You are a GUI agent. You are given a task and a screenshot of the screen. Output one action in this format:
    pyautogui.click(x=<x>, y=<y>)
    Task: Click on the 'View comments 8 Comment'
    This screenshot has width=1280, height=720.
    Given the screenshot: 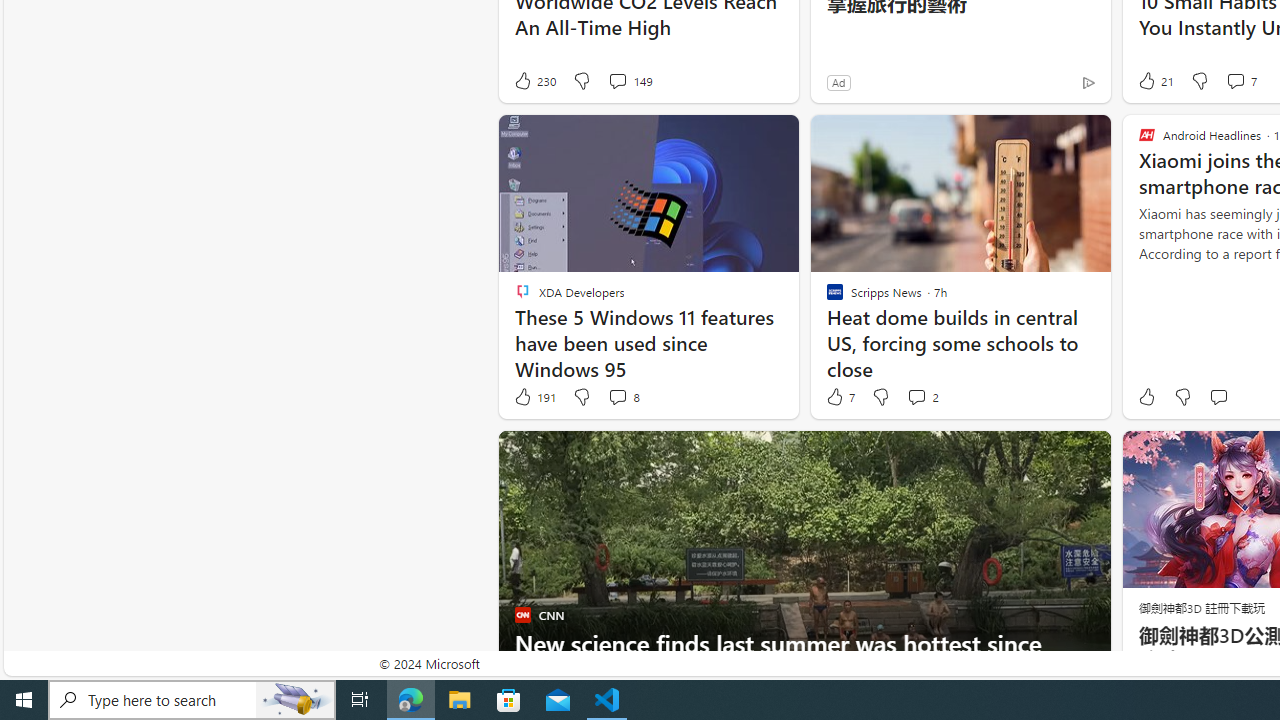 What is the action you would take?
    pyautogui.click(x=622, y=397)
    